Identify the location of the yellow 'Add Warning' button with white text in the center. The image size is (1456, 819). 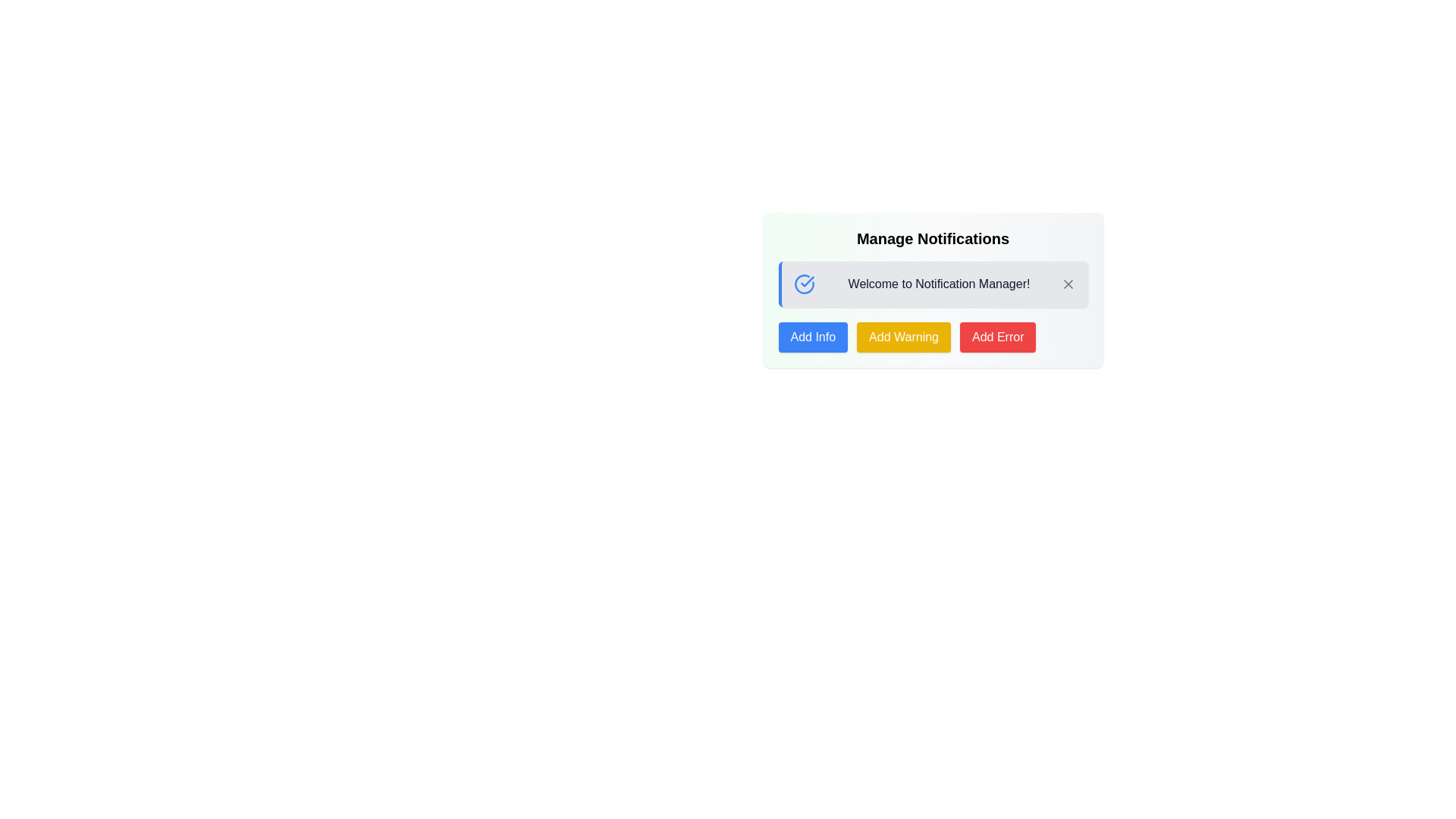
(904, 336).